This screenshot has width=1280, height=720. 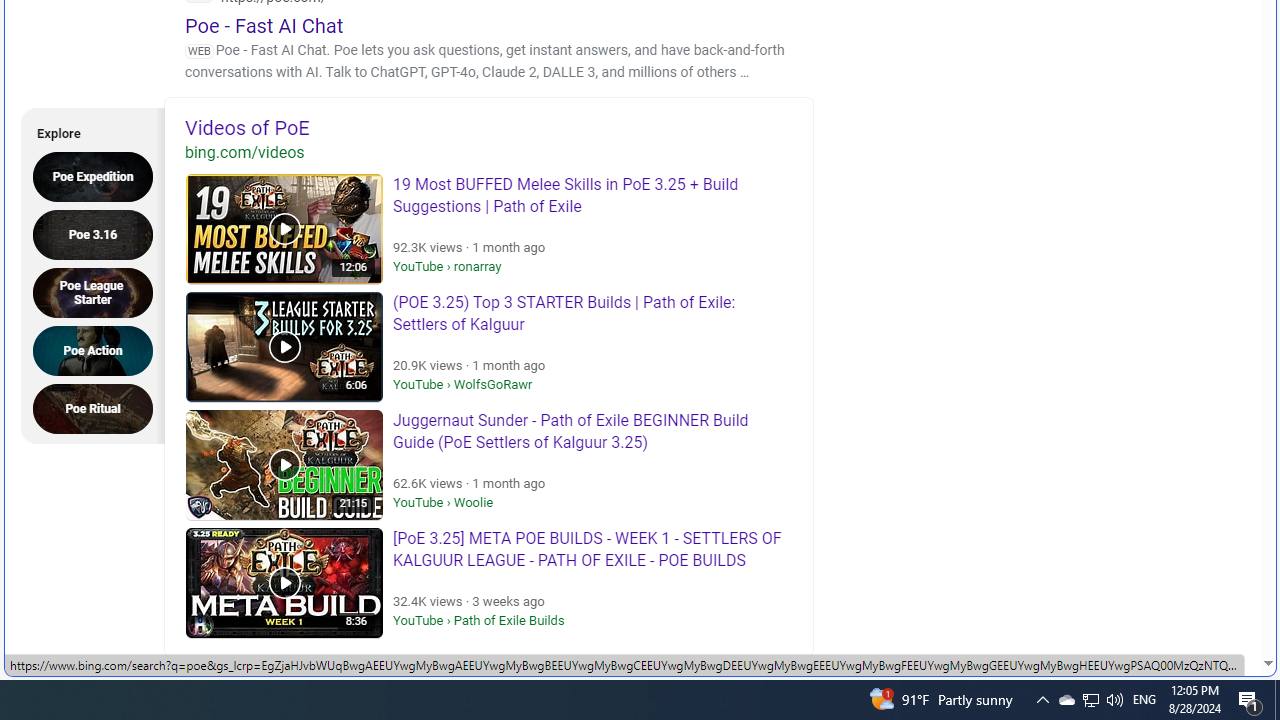 What do you see at coordinates (86, 130) in the screenshot?
I see `'Explore'` at bounding box center [86, 130].